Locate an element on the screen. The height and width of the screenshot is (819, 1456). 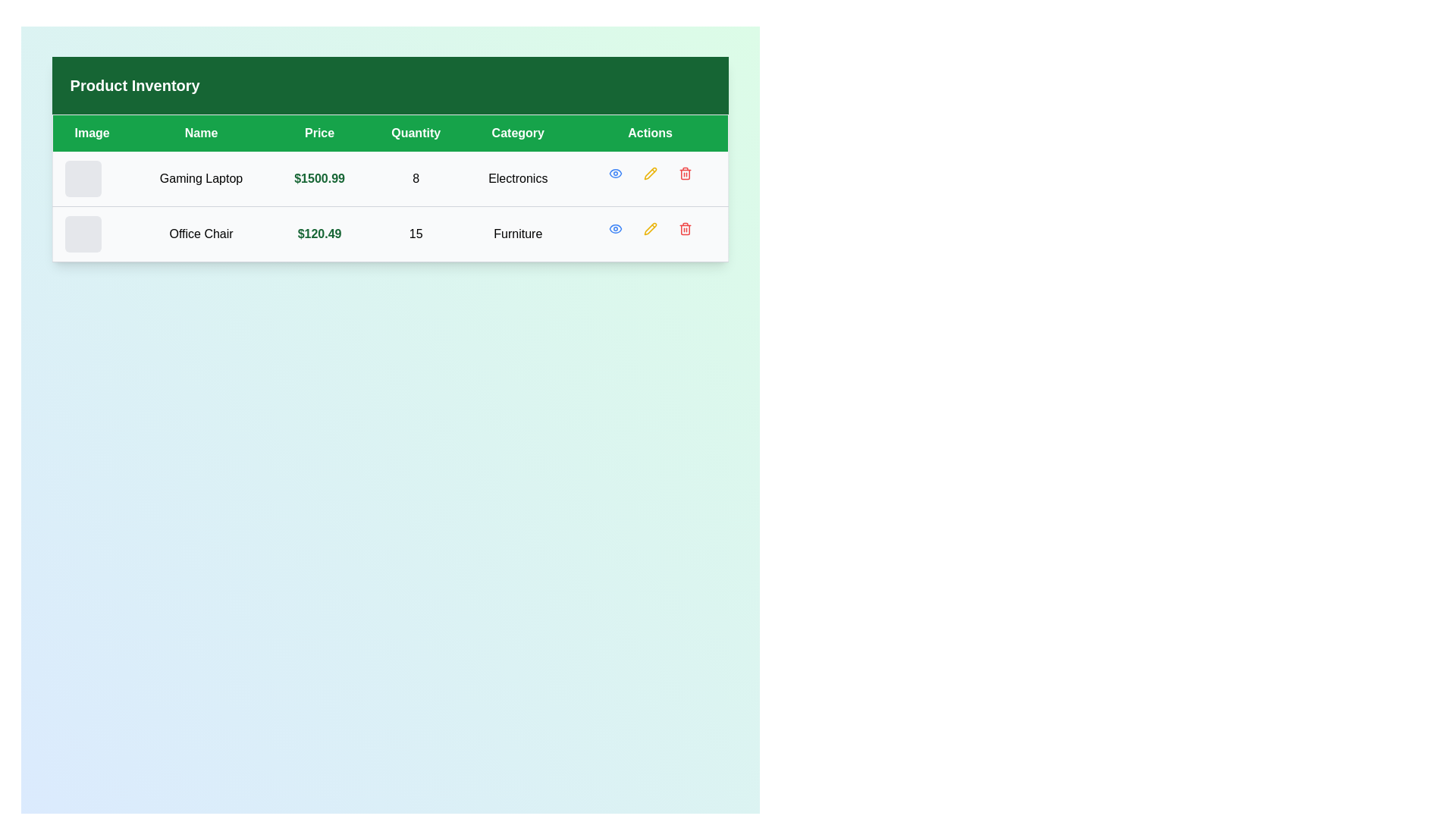
the text label displaying '15' in the 'Quantity' column of the table for 'Office Chair', which is styled as plain text in a white cell is located at coordinates (416, 234).